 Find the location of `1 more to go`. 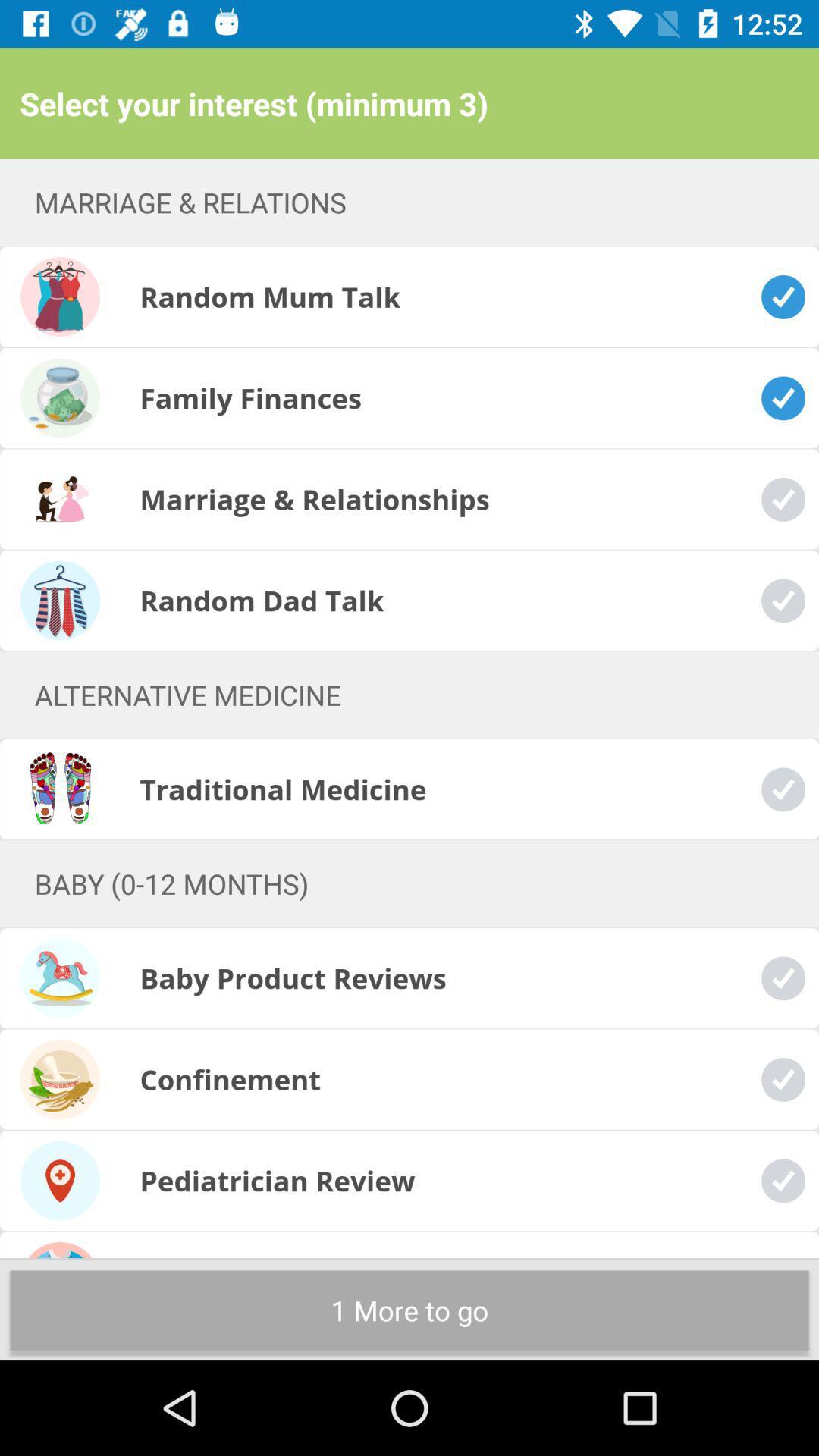

1 more to go is located at coordinates (409, 1310).